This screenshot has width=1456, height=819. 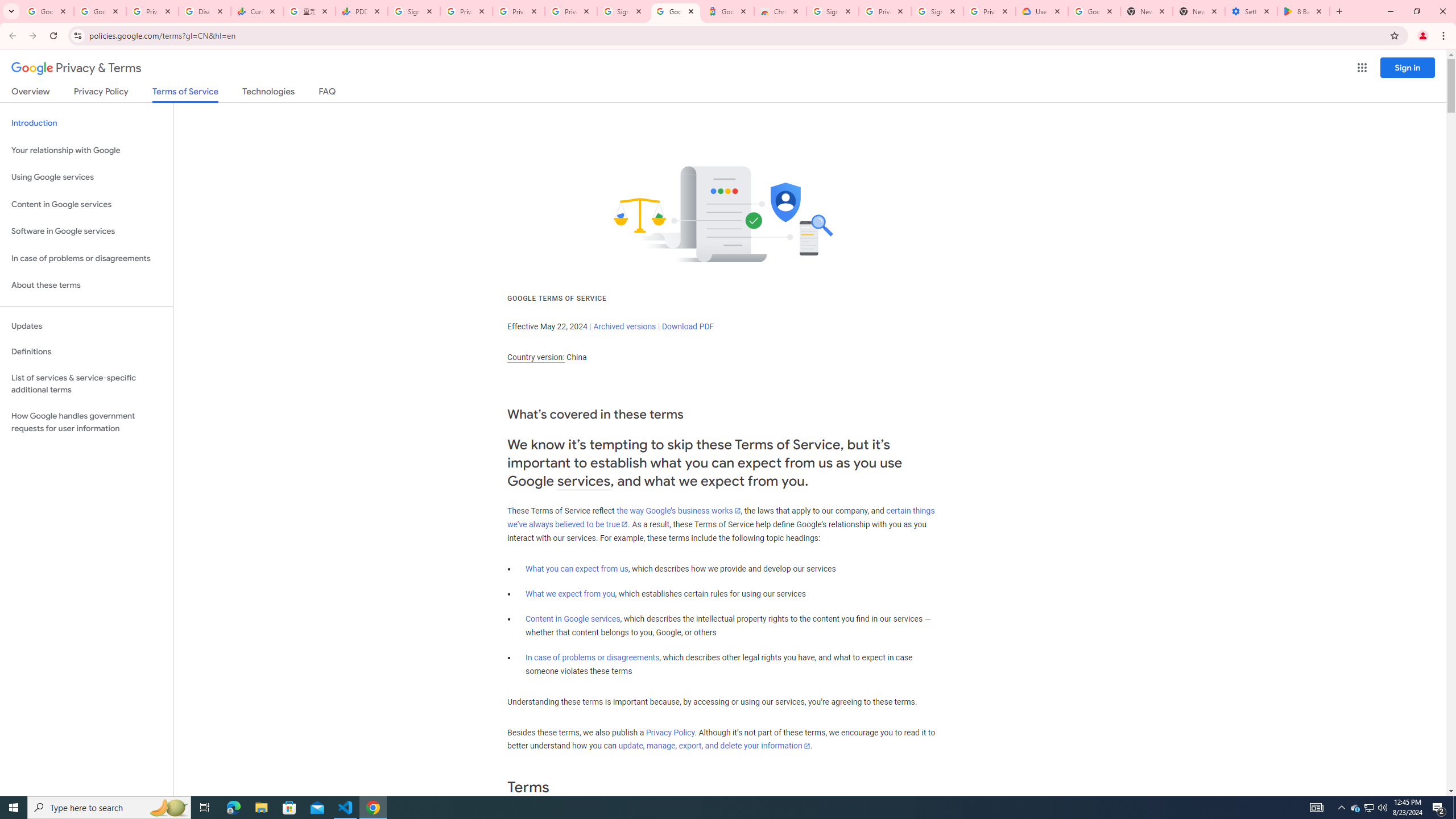 I want to click on 'Archived versions', so click(x=624, y=325).